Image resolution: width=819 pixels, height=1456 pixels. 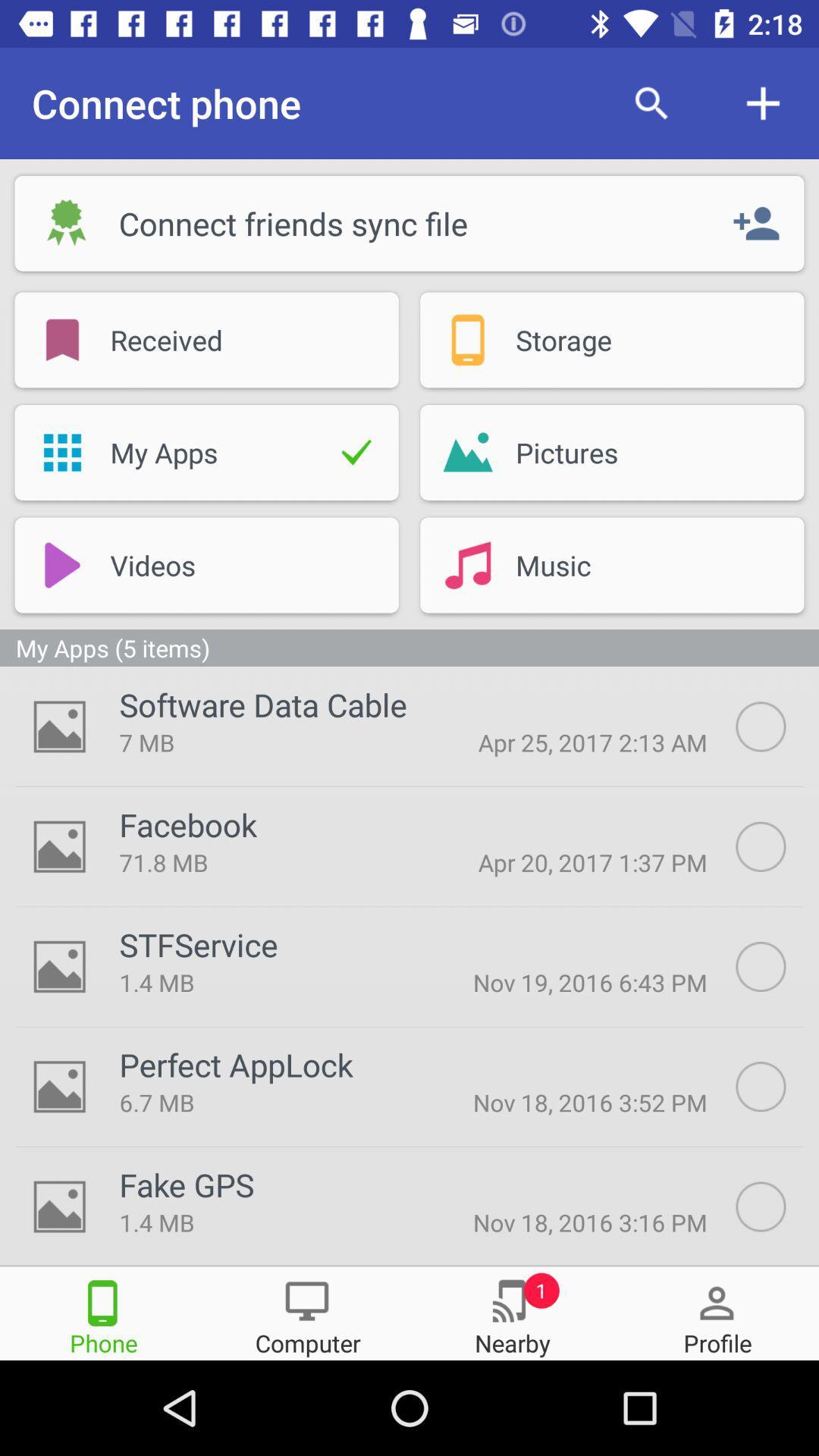 I want to click on the app below facebook app, so click(x=265, y=862).